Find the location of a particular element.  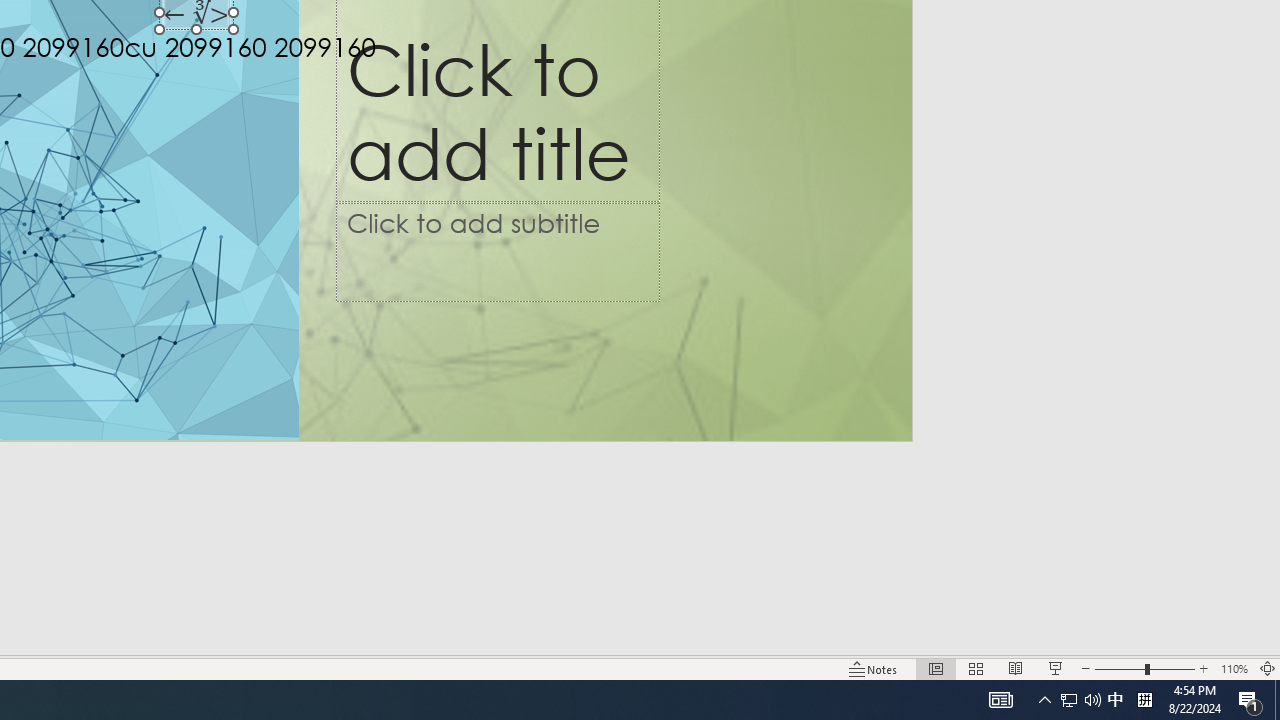

'Zoom 110%' is located at coordinates (1233, 669).